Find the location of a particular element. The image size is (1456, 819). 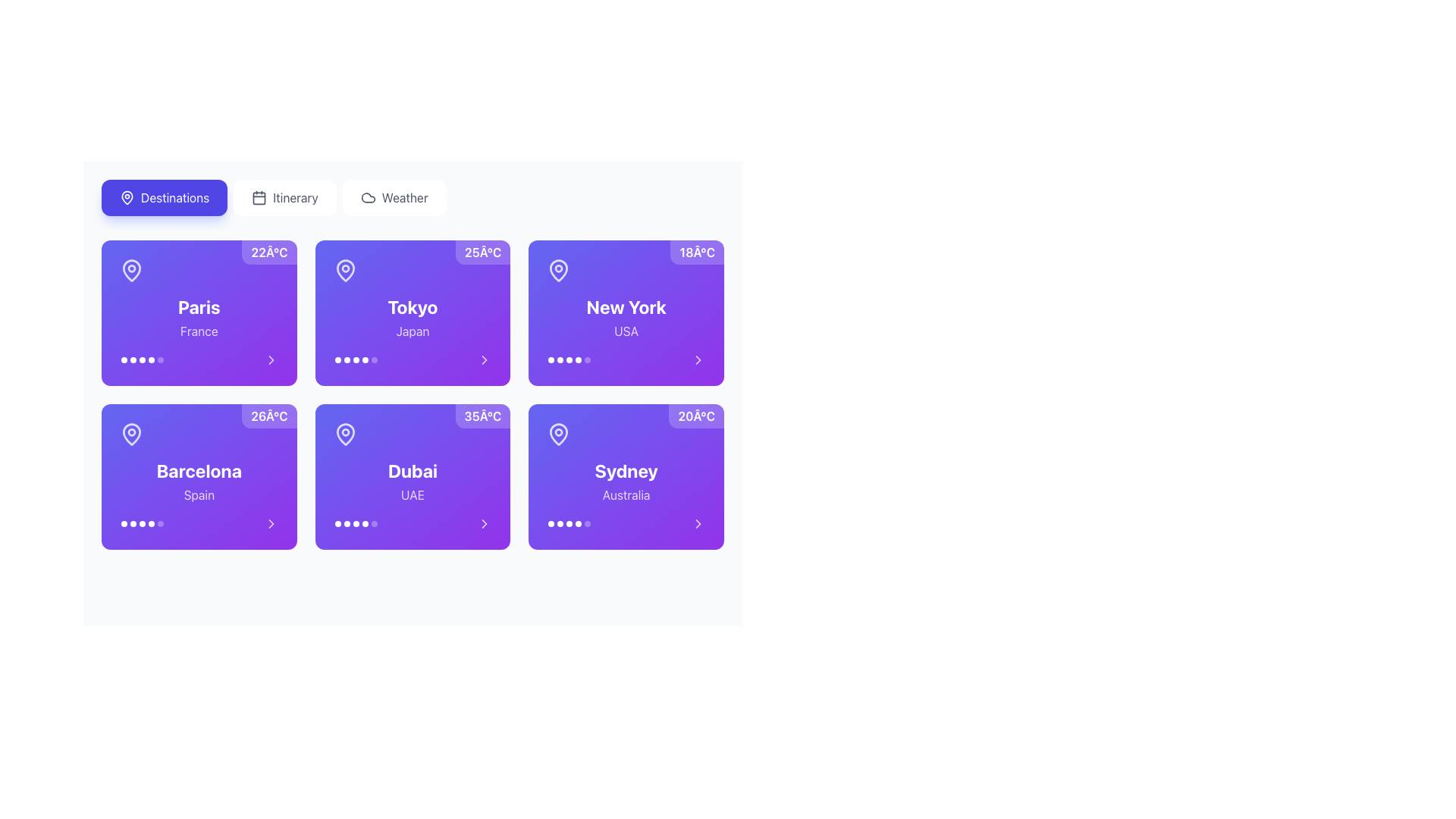

the text label displaying '35°C' in a white, bold font located in the top-right corner of the 'Dubai' weather information card is located at coordinates (482, 416).